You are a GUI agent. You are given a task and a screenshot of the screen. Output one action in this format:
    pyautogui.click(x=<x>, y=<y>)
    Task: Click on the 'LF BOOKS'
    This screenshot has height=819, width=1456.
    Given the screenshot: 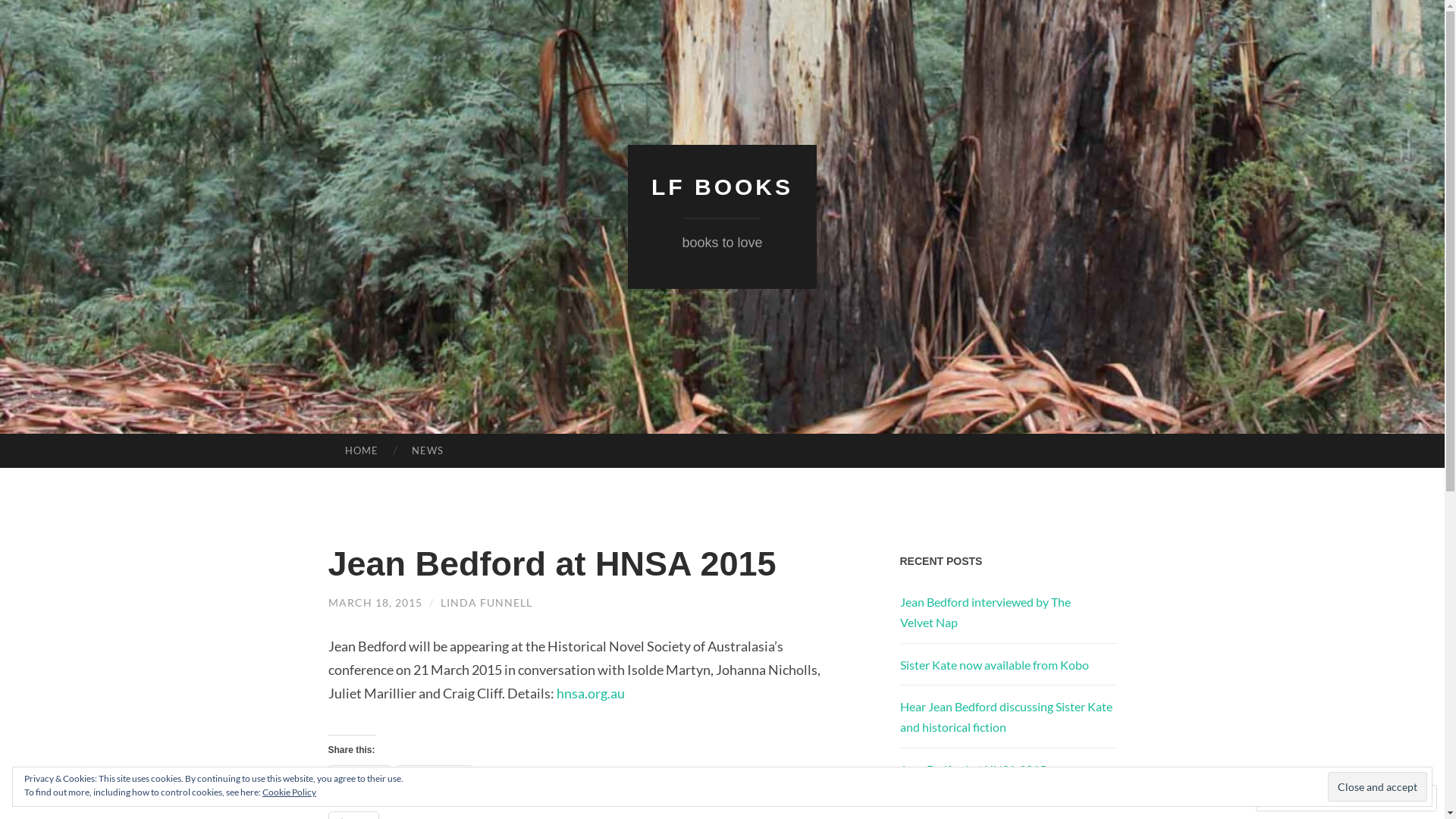 What is the action you would take?
    pyautogui.click(x=721, y=186)
    